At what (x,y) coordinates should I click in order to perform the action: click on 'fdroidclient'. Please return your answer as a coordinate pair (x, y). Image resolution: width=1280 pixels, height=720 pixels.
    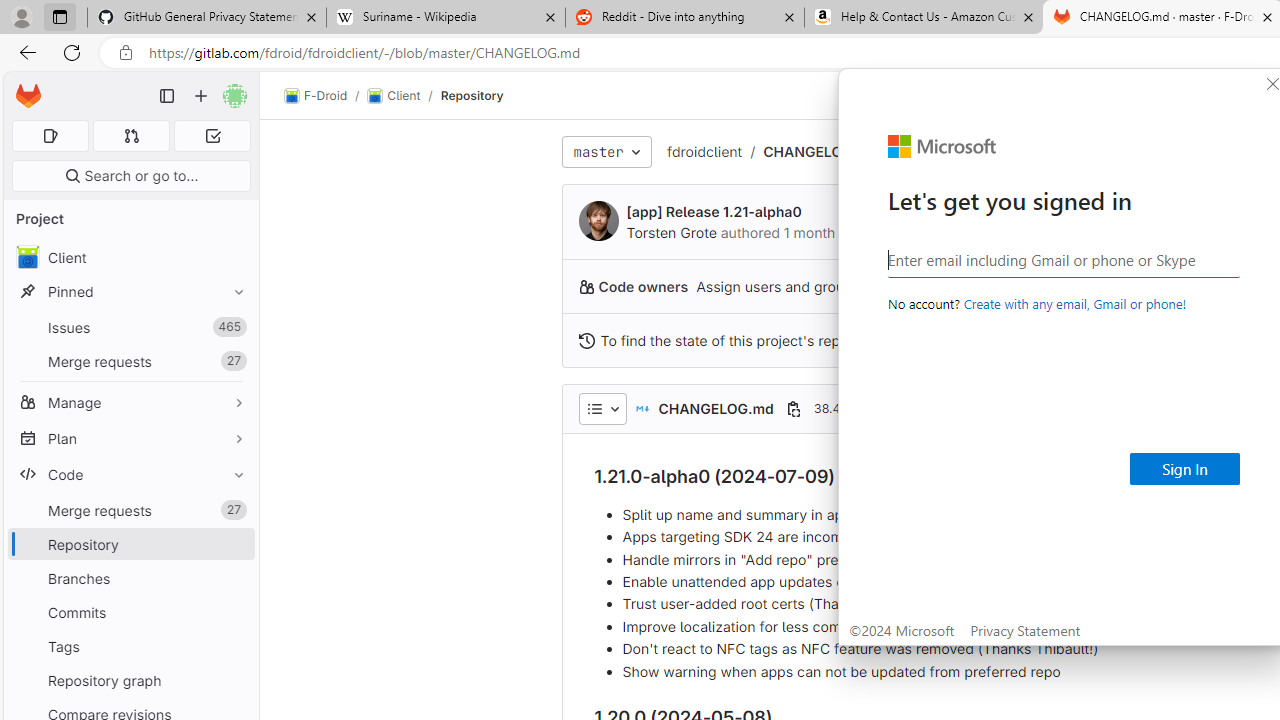
    Looking at the image, I should click on (704, 150).